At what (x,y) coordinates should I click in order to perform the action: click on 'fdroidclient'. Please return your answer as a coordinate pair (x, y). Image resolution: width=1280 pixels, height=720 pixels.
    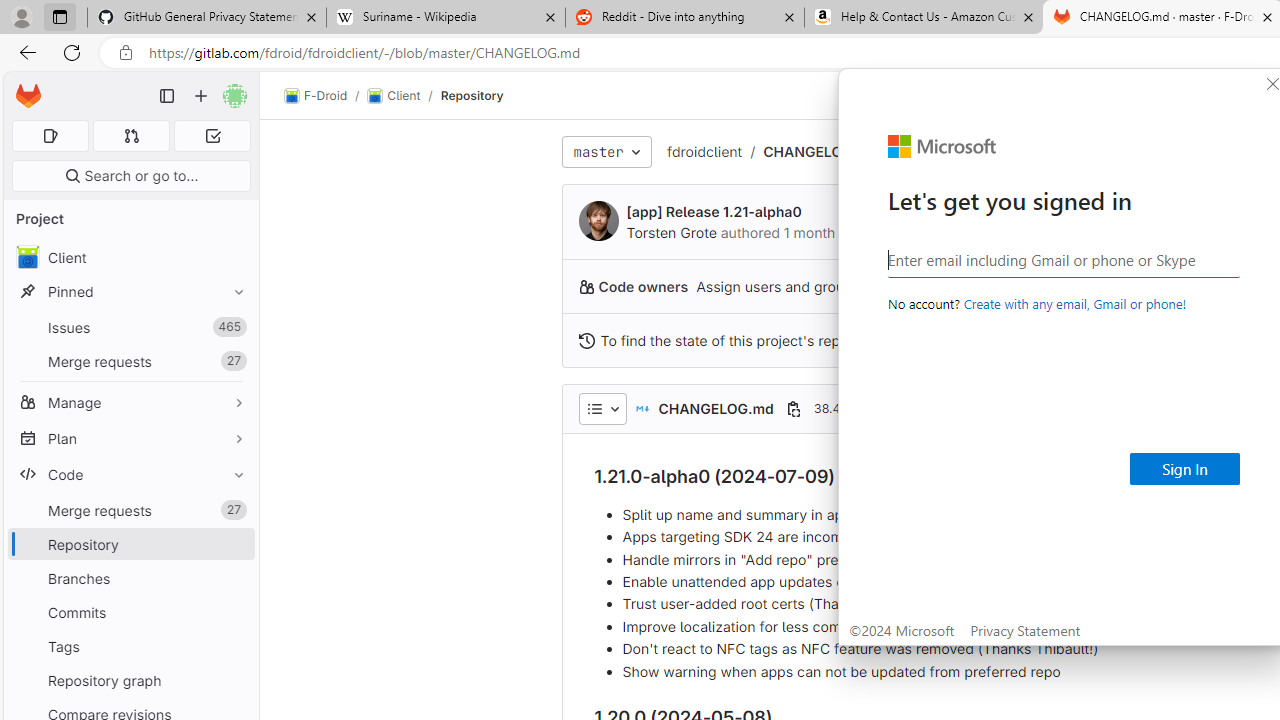
    Looking at the image, I should click on (704, 150).